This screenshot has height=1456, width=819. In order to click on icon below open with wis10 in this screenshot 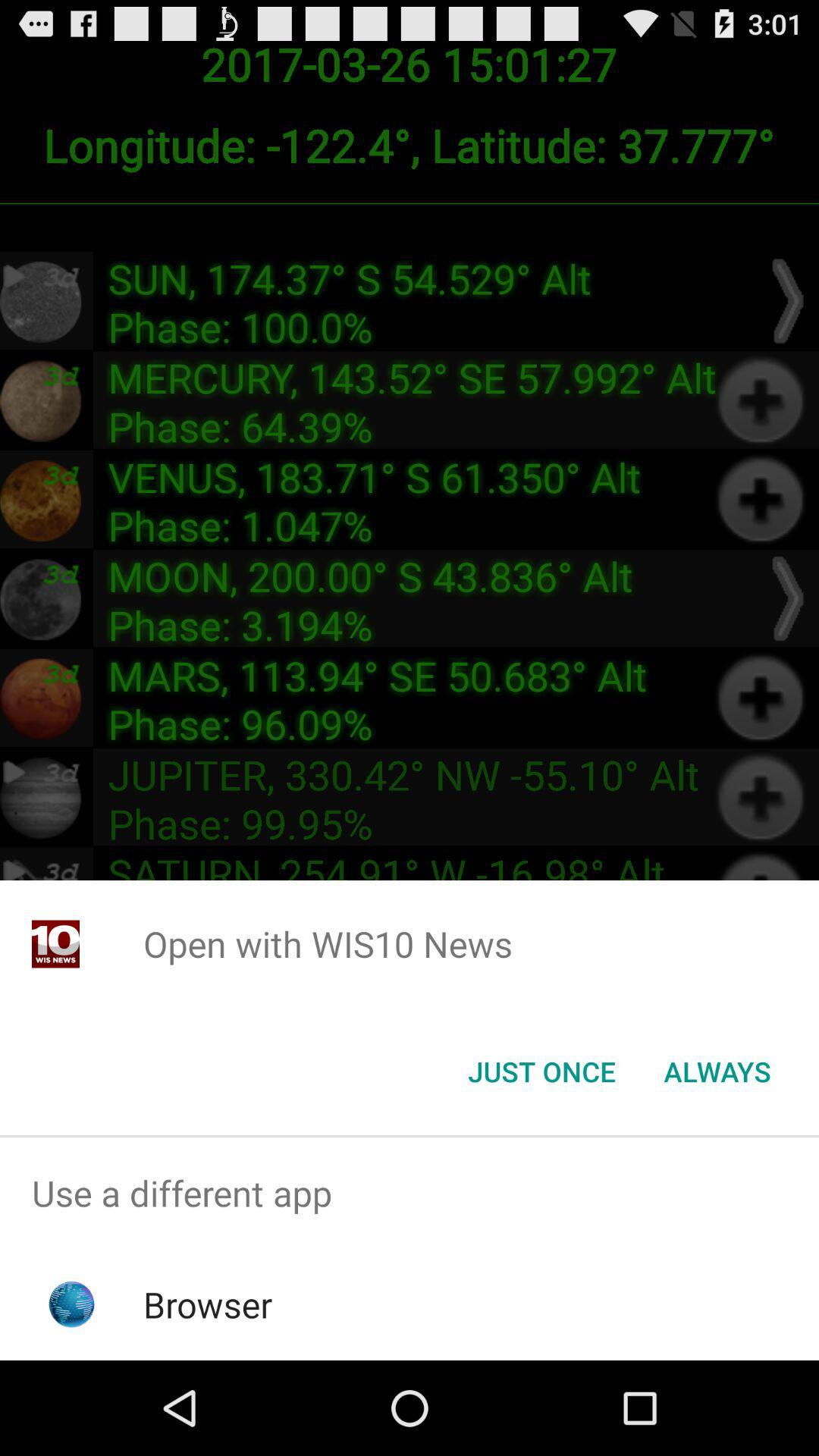, I will do `click(717, 1070)`.